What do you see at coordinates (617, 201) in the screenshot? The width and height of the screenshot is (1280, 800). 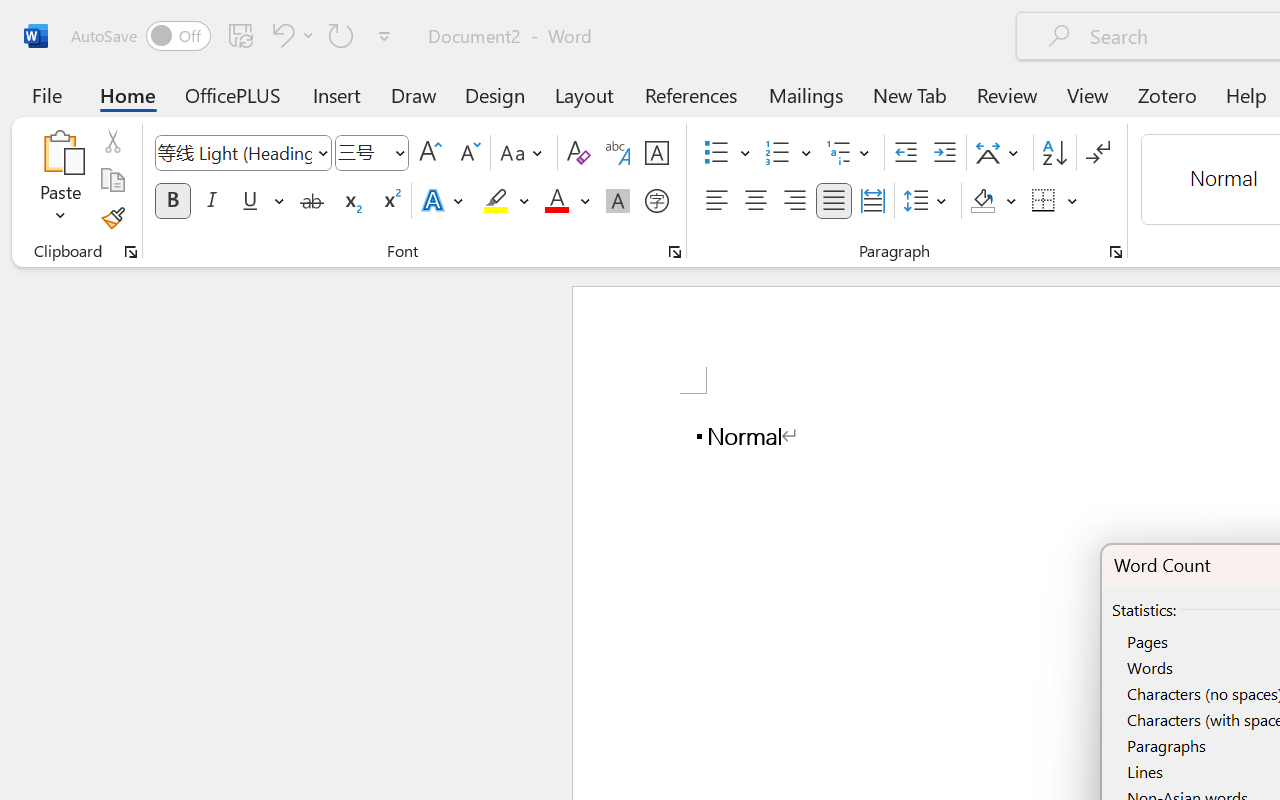 I see `'Character Shading'` at bounding box center [617, 201].